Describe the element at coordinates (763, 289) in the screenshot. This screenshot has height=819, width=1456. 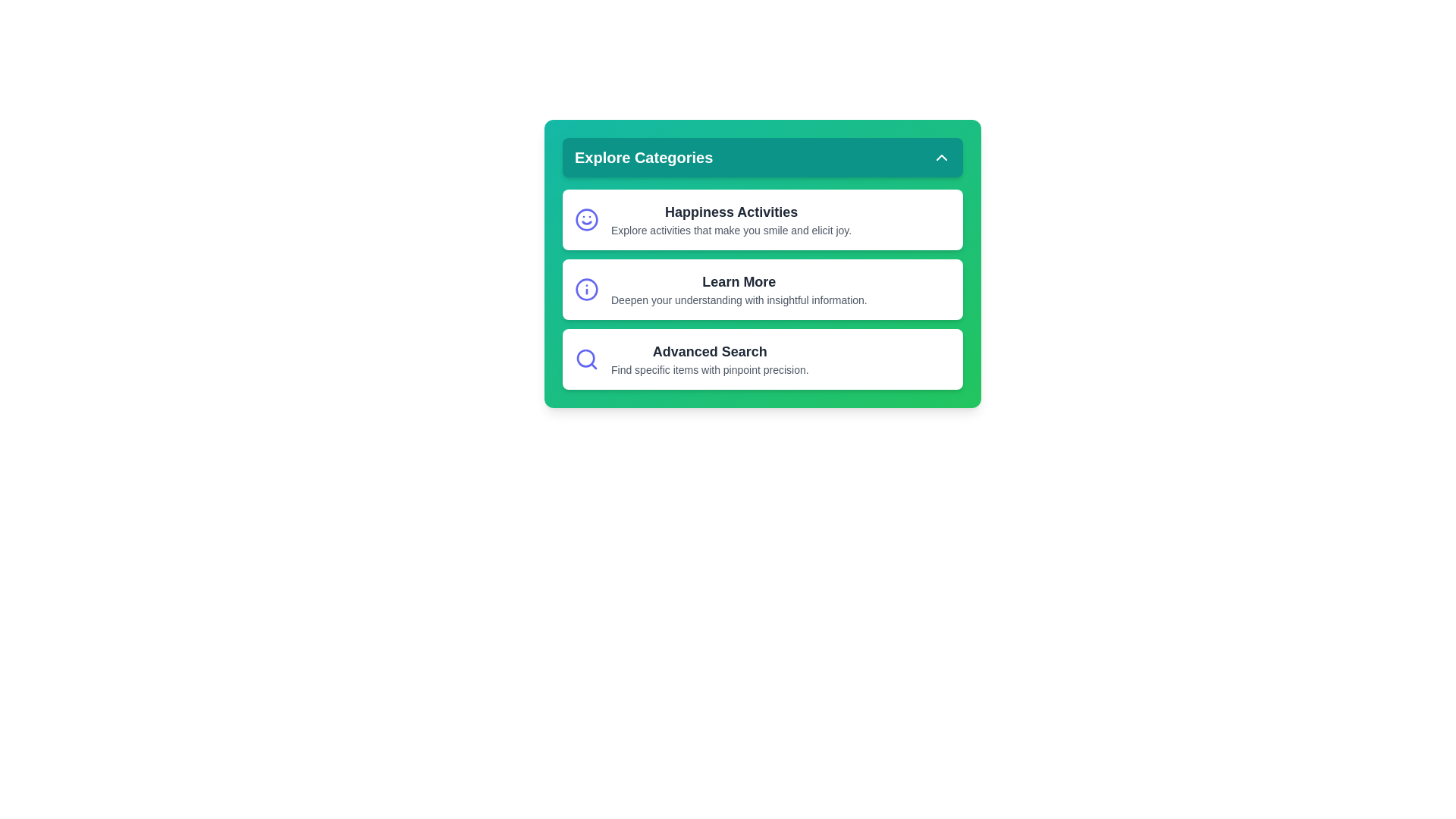
I see `the text of Learn More to analyze or copy it` at that location.